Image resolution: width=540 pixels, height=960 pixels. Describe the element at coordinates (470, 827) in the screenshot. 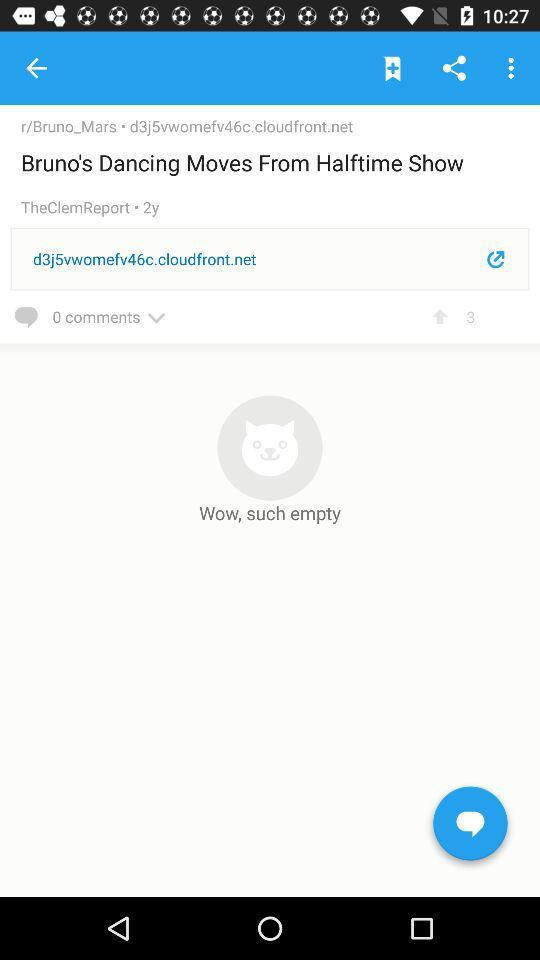

I see `help chat` at that location.